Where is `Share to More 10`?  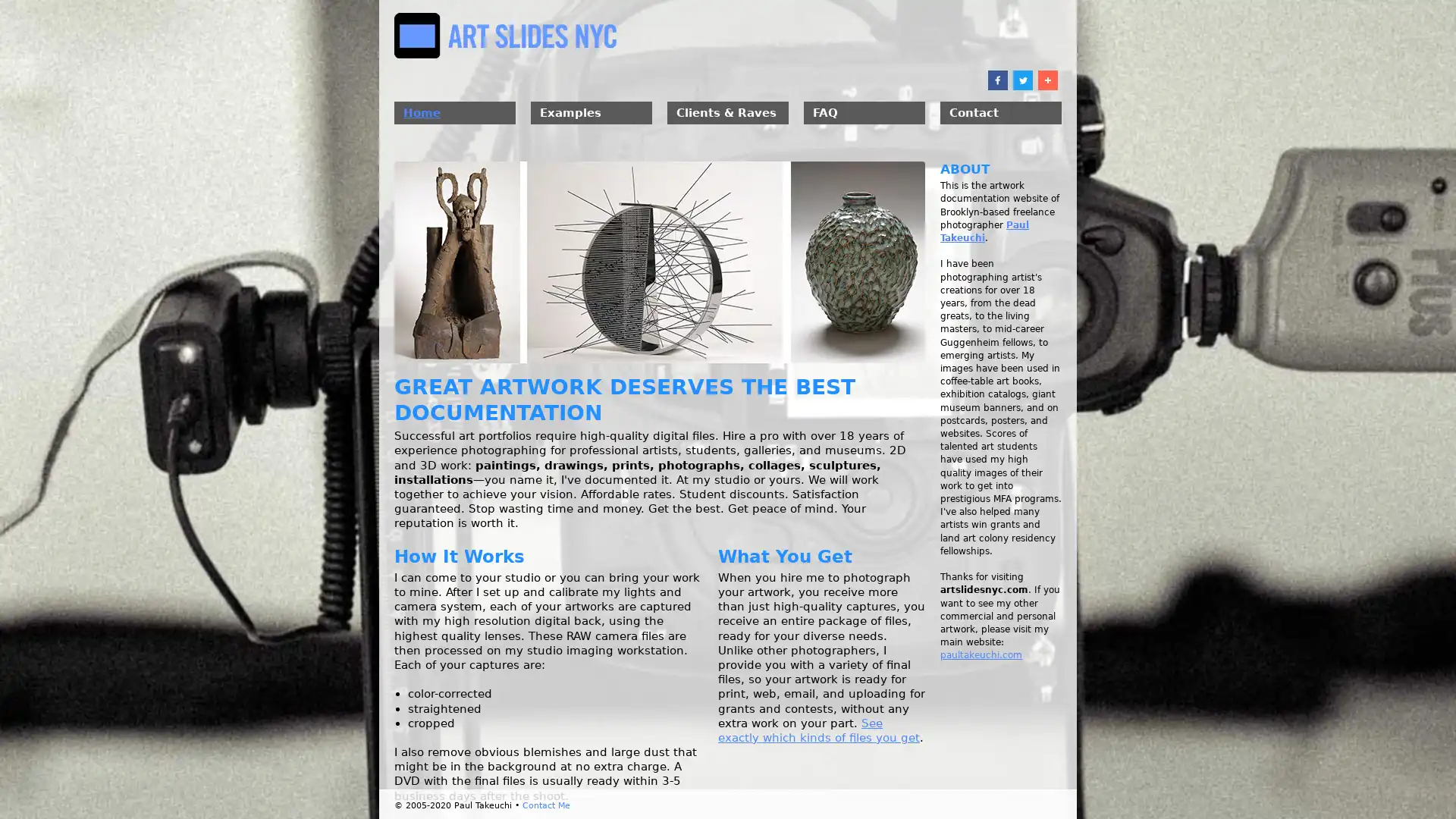
Share to More 10 is located at coordinates (1038, 79).